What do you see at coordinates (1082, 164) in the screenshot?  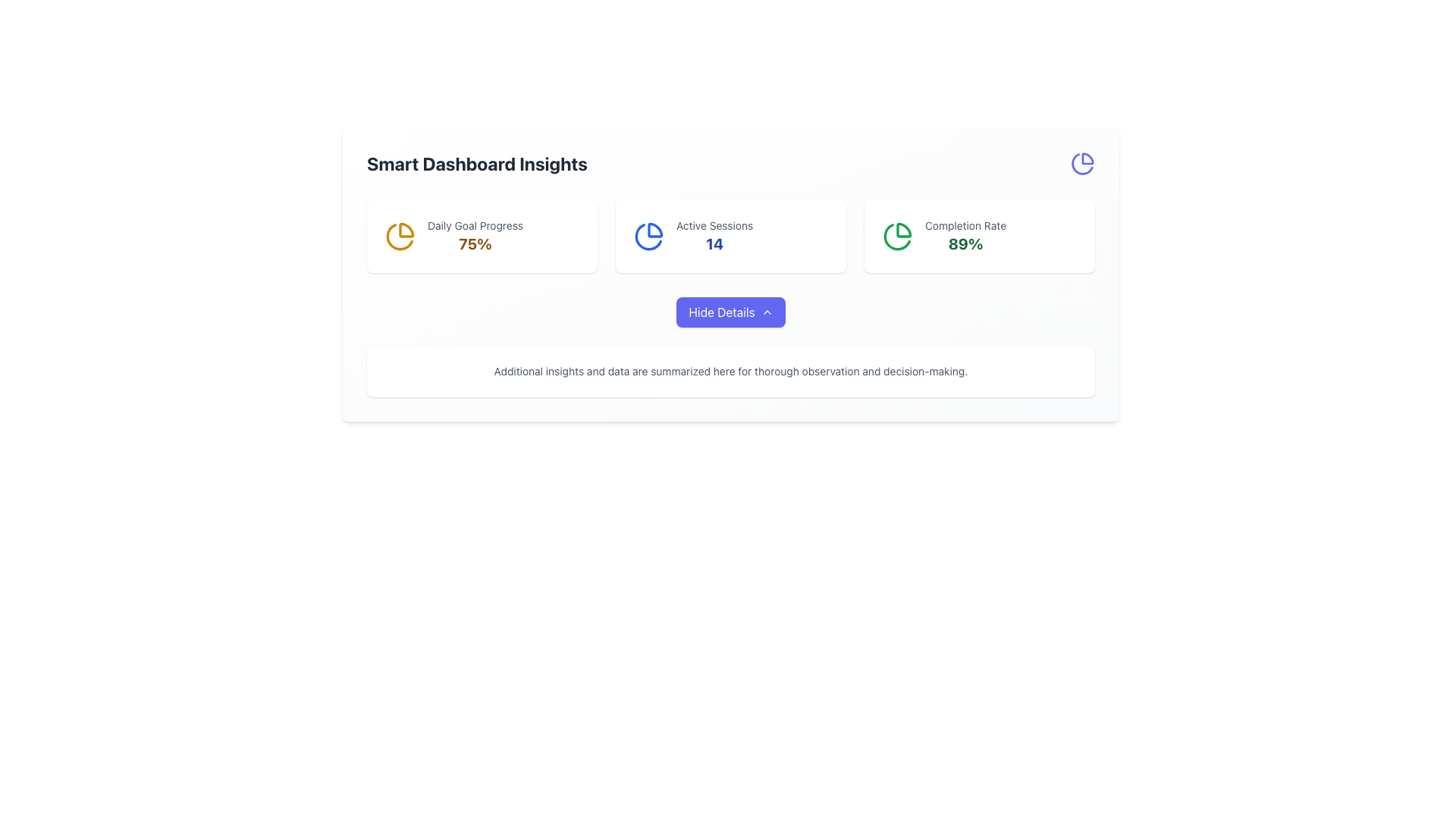 I see `the pie chart icon located to the far right of the 'Smart Dashboard Insights' text heading` at bounding box center [1082, 164].